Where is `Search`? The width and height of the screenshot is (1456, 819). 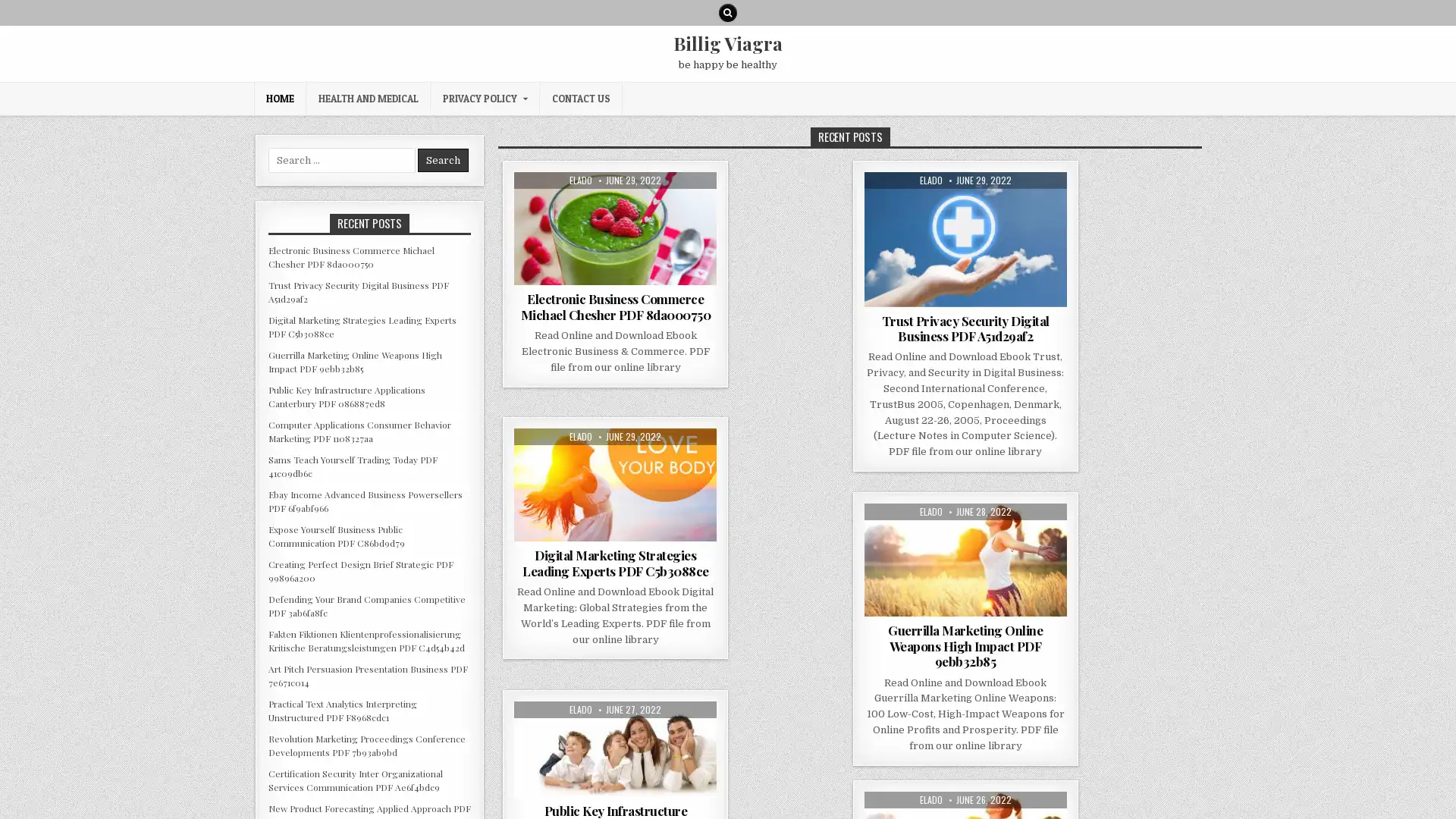
Search is located at coordinates (442, 160).